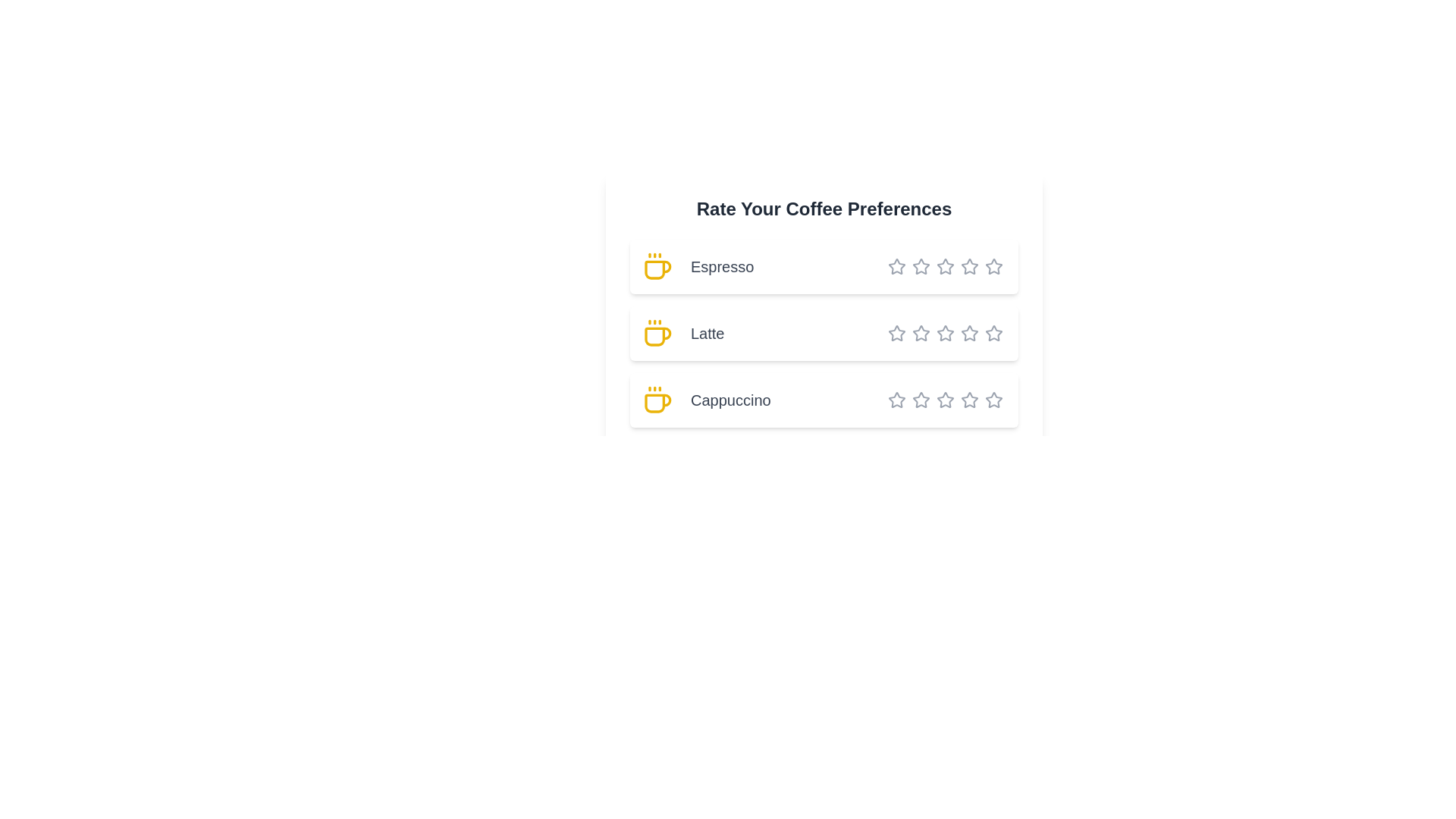 The height and width of the screenshot is (819, 1456). What do you see at coordinates (896, 265) in the screenshot?
I see `the star corresponding to 1 stars for the coffee type Espresso` at bounding box center [896, 265].